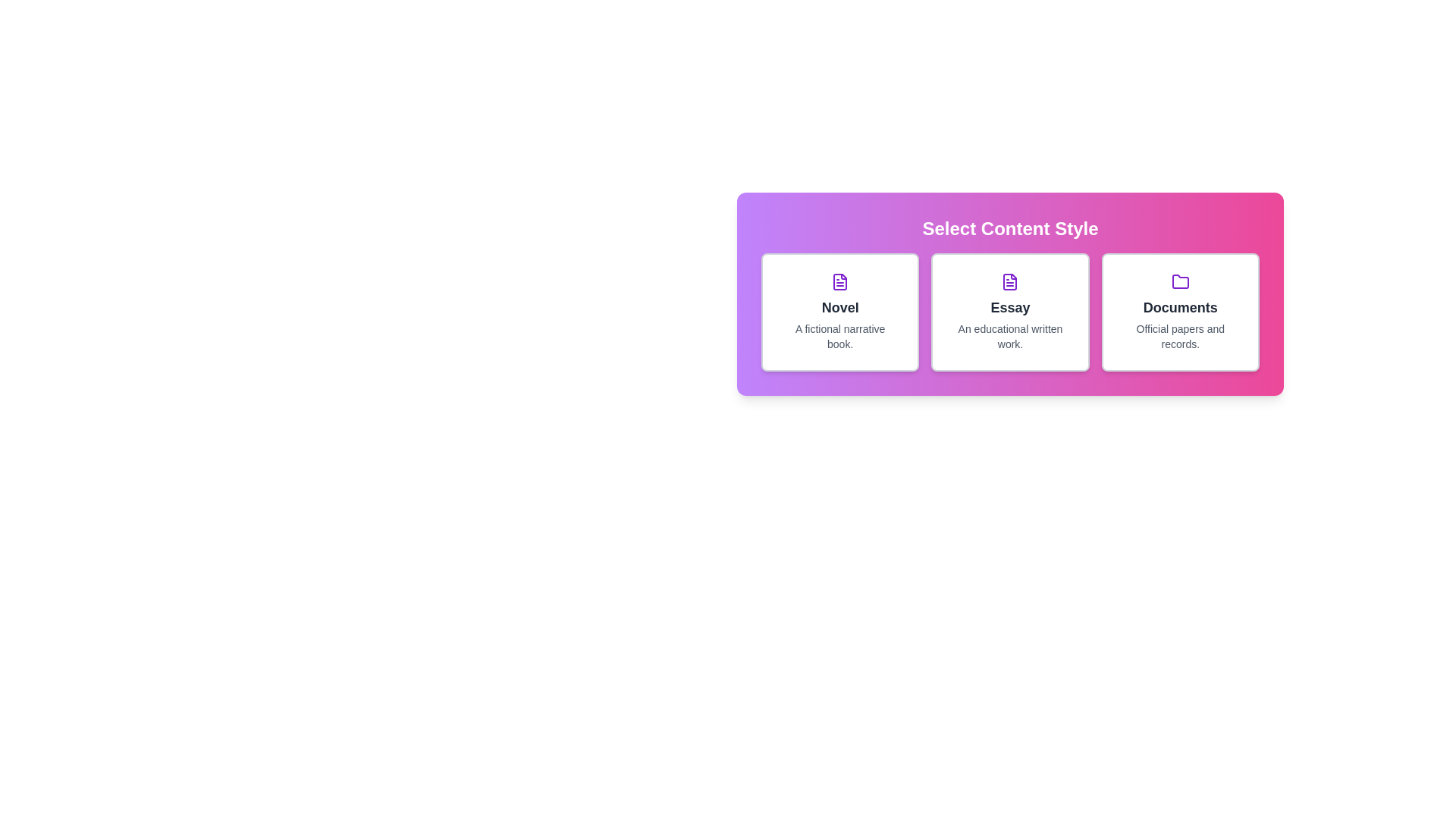 The image size is (1456, 819). Describe the element at coordinates (1010, 281) in the screenshot. I see `the purple document icon representing the first selectable option labeled 'Novel' in the 'Select Content Style' panel` at that location.